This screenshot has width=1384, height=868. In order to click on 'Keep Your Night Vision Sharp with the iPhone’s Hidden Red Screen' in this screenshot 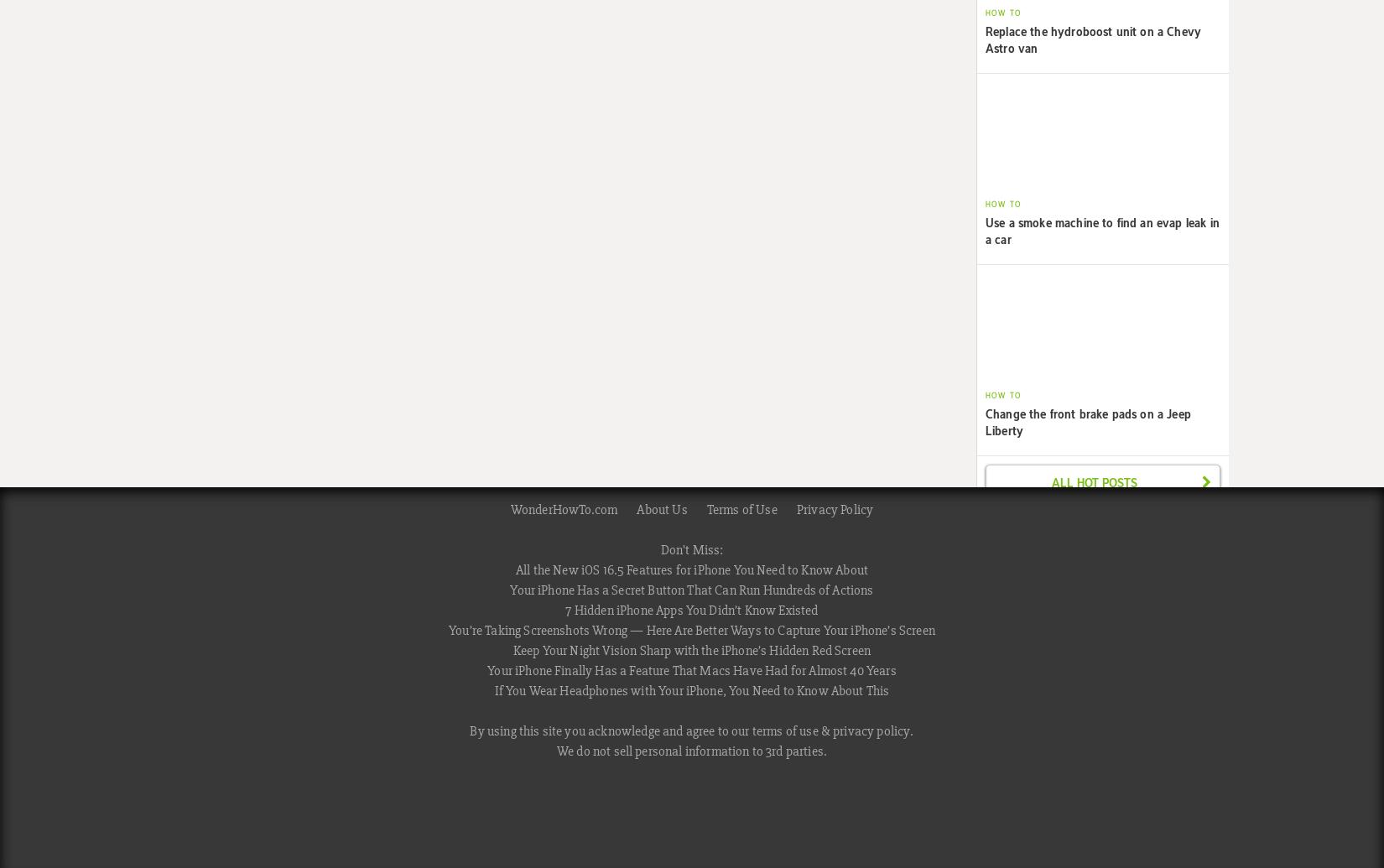, I will do `click(511, 650)`.